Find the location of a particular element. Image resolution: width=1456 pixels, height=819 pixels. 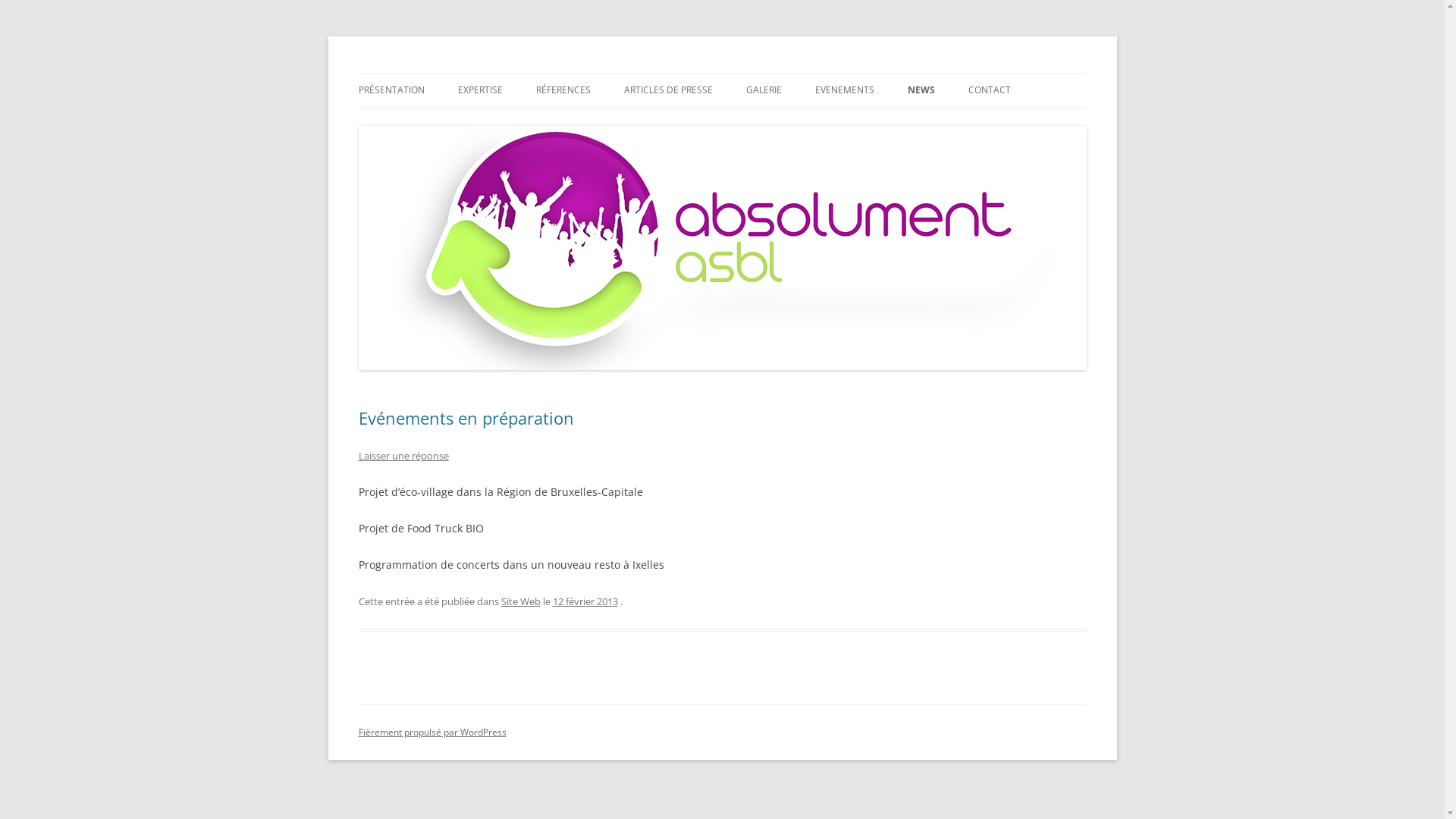

'EXPERTISE' is located at coordinates (479, 90).